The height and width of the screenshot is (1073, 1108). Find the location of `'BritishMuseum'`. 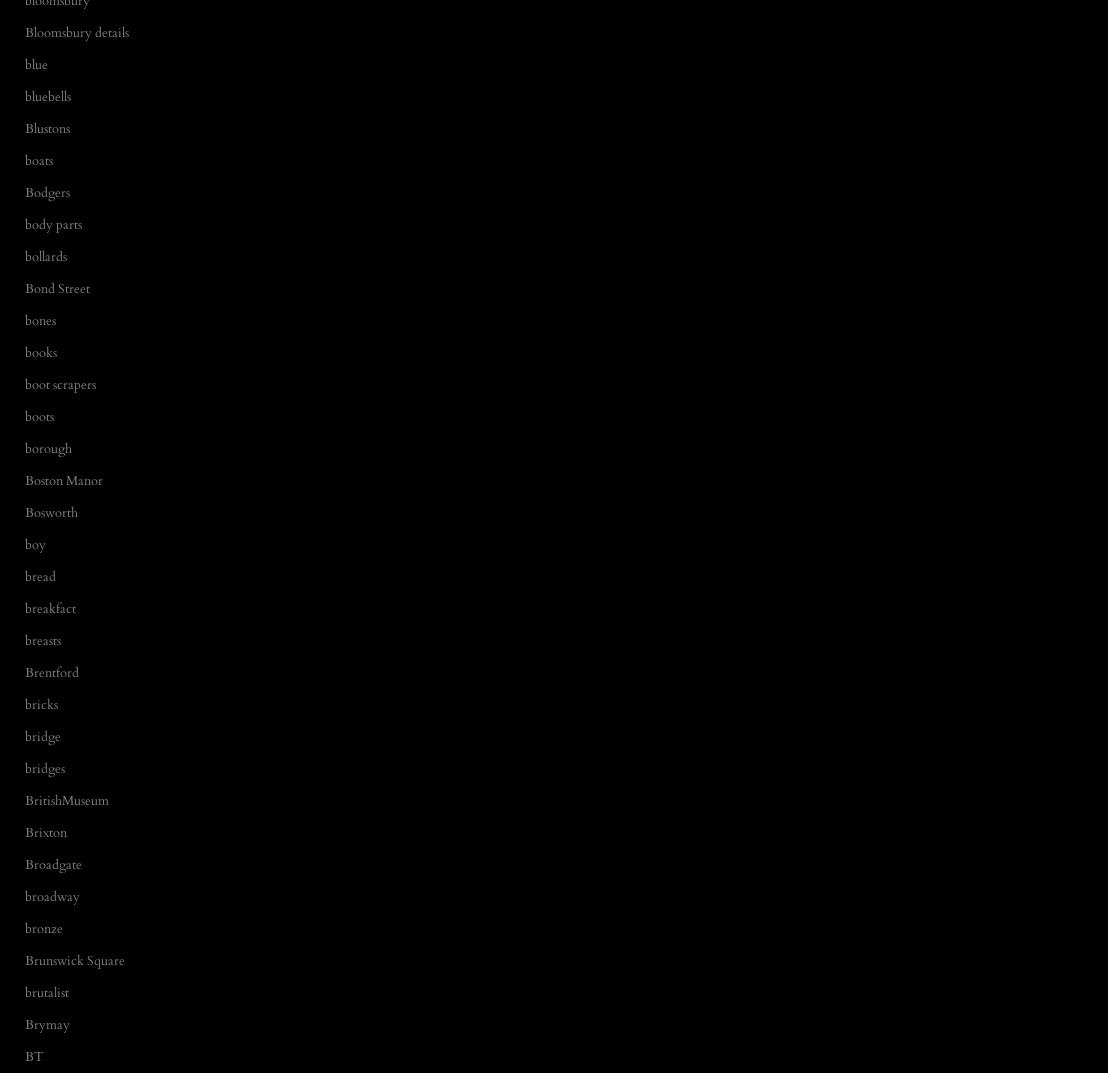

'BritishMuseum' is located at coordinates (66, 800).